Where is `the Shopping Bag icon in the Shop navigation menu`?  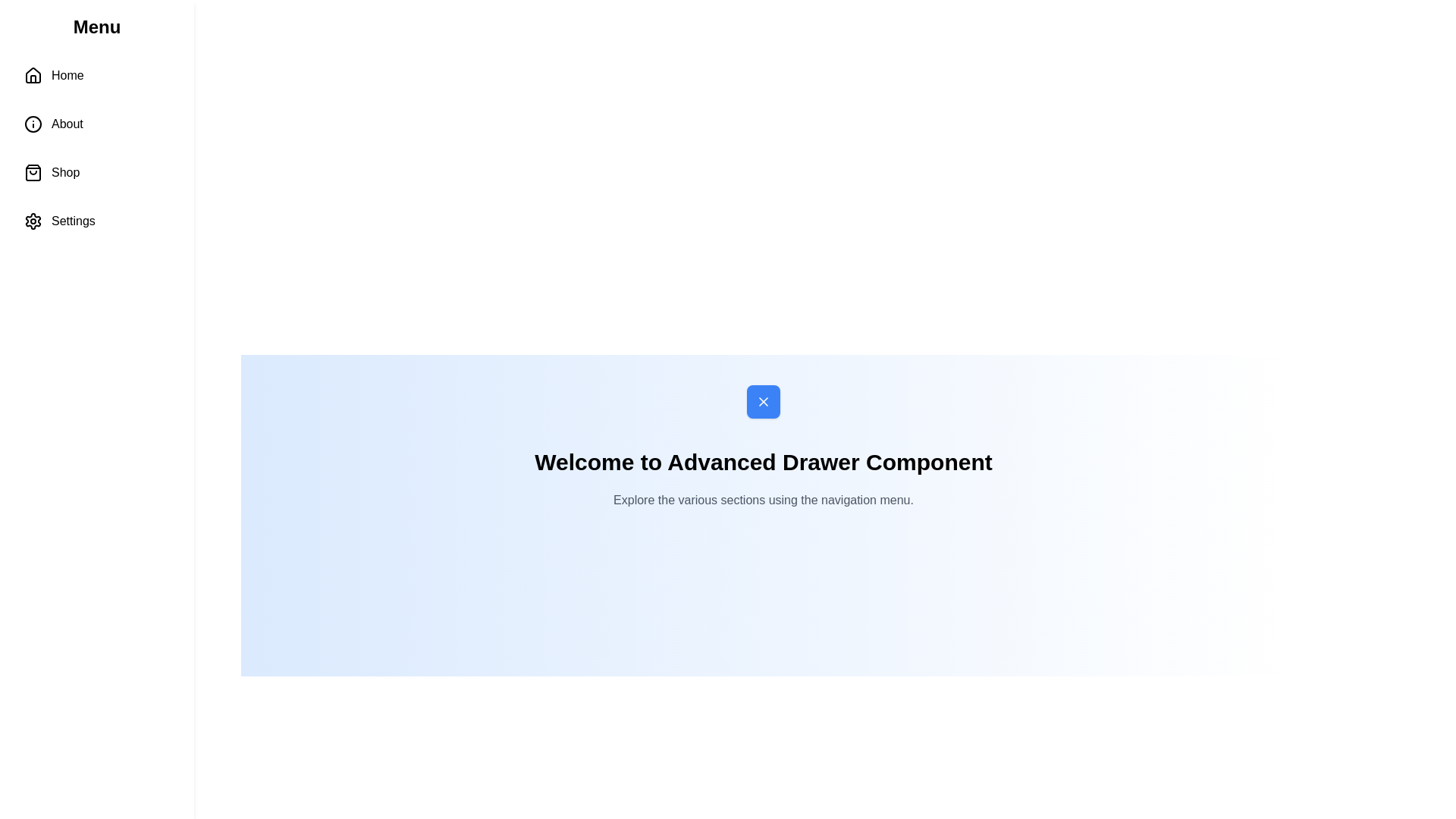 the Shopping Bag icon in the Shop navigation menu is located at coordinates (33, 171).